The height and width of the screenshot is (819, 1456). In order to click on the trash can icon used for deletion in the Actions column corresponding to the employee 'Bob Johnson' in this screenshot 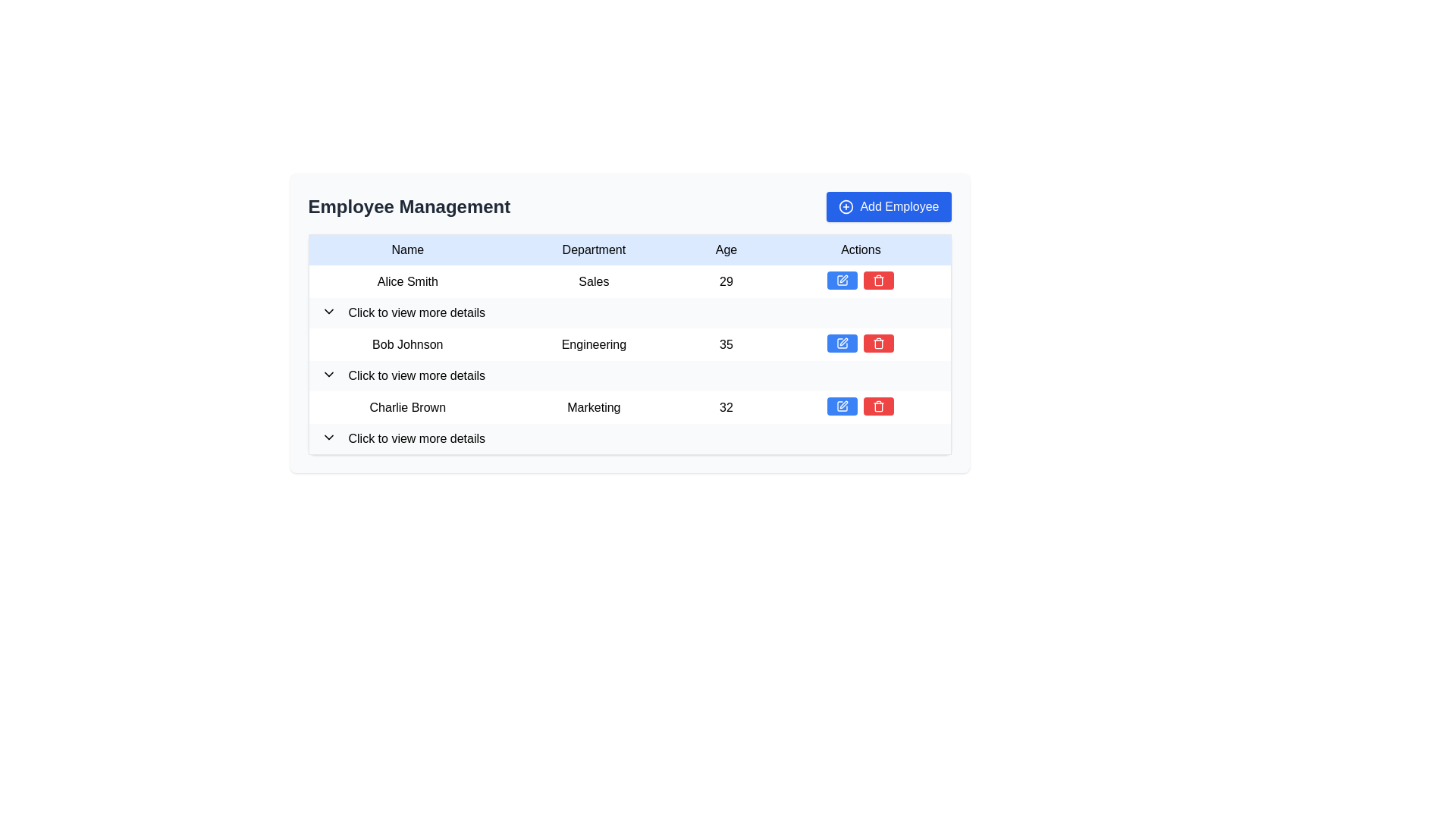, I will do `click(879, 344)`.